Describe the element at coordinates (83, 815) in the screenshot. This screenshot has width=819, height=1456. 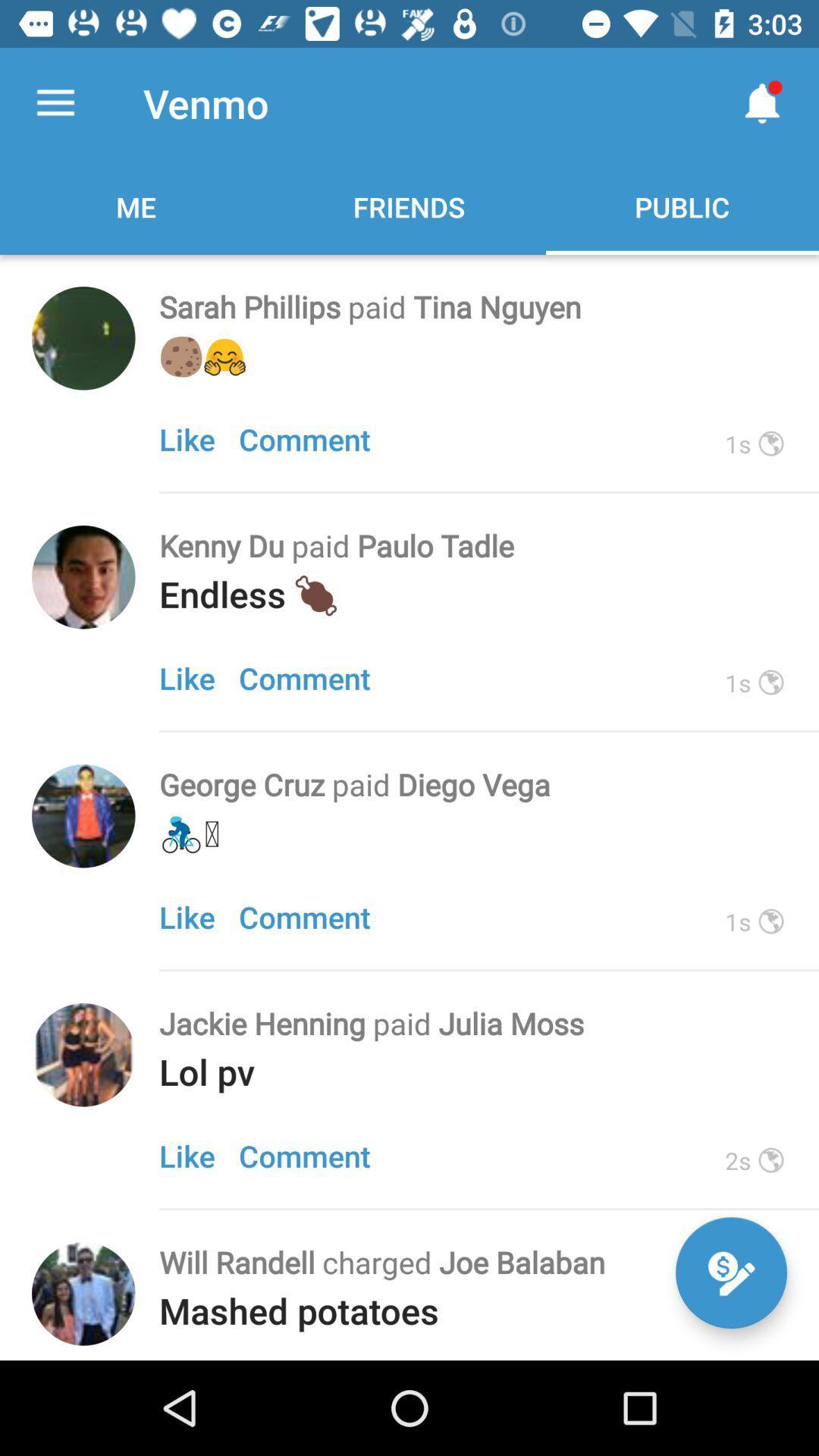
I see `open profile` at that location.